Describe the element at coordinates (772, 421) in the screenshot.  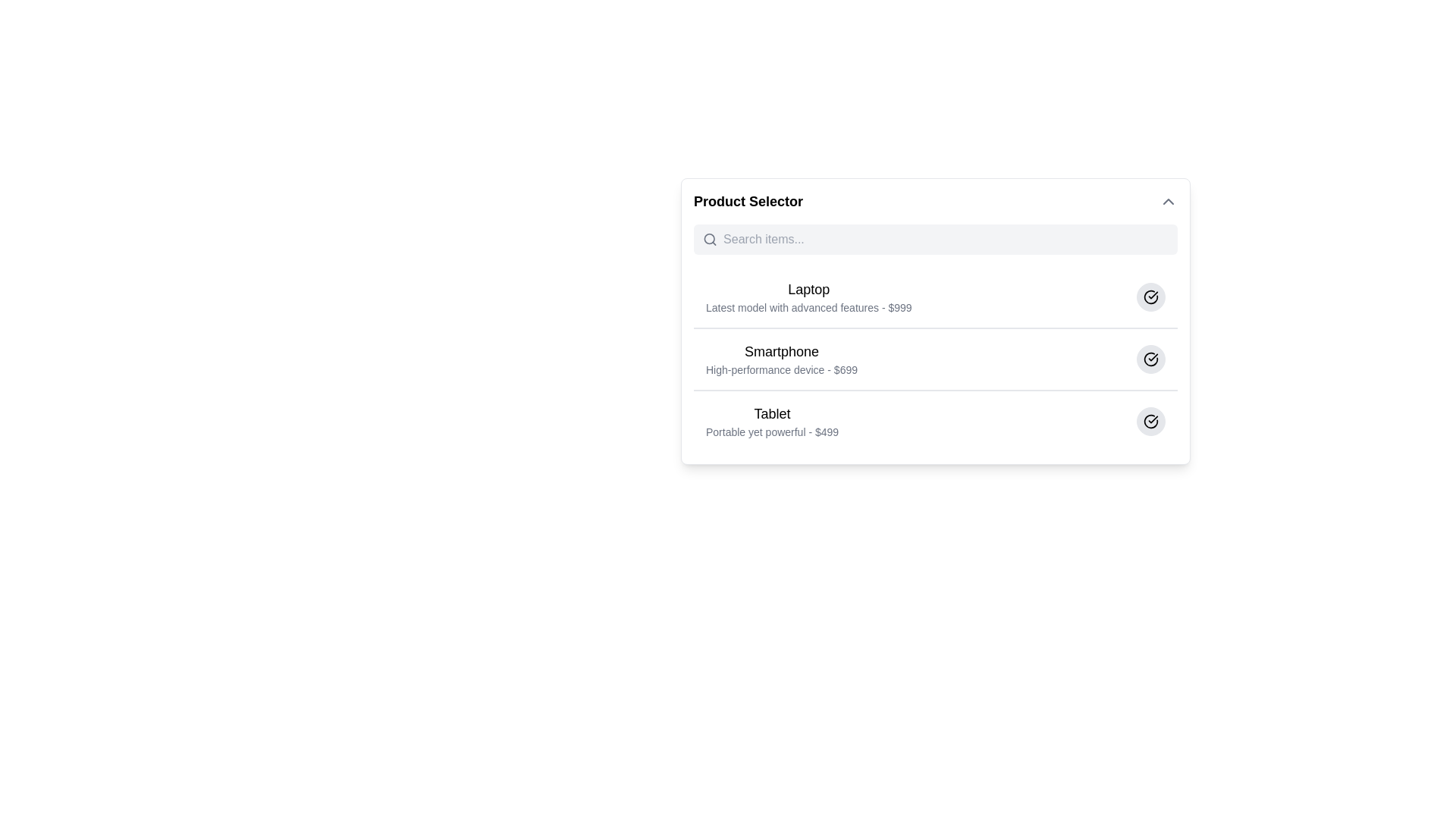
I see `the Text description block titled 'Tablet' which has a medium-sized font and contains a description 'Portable yet powerful - $499'` at that location.